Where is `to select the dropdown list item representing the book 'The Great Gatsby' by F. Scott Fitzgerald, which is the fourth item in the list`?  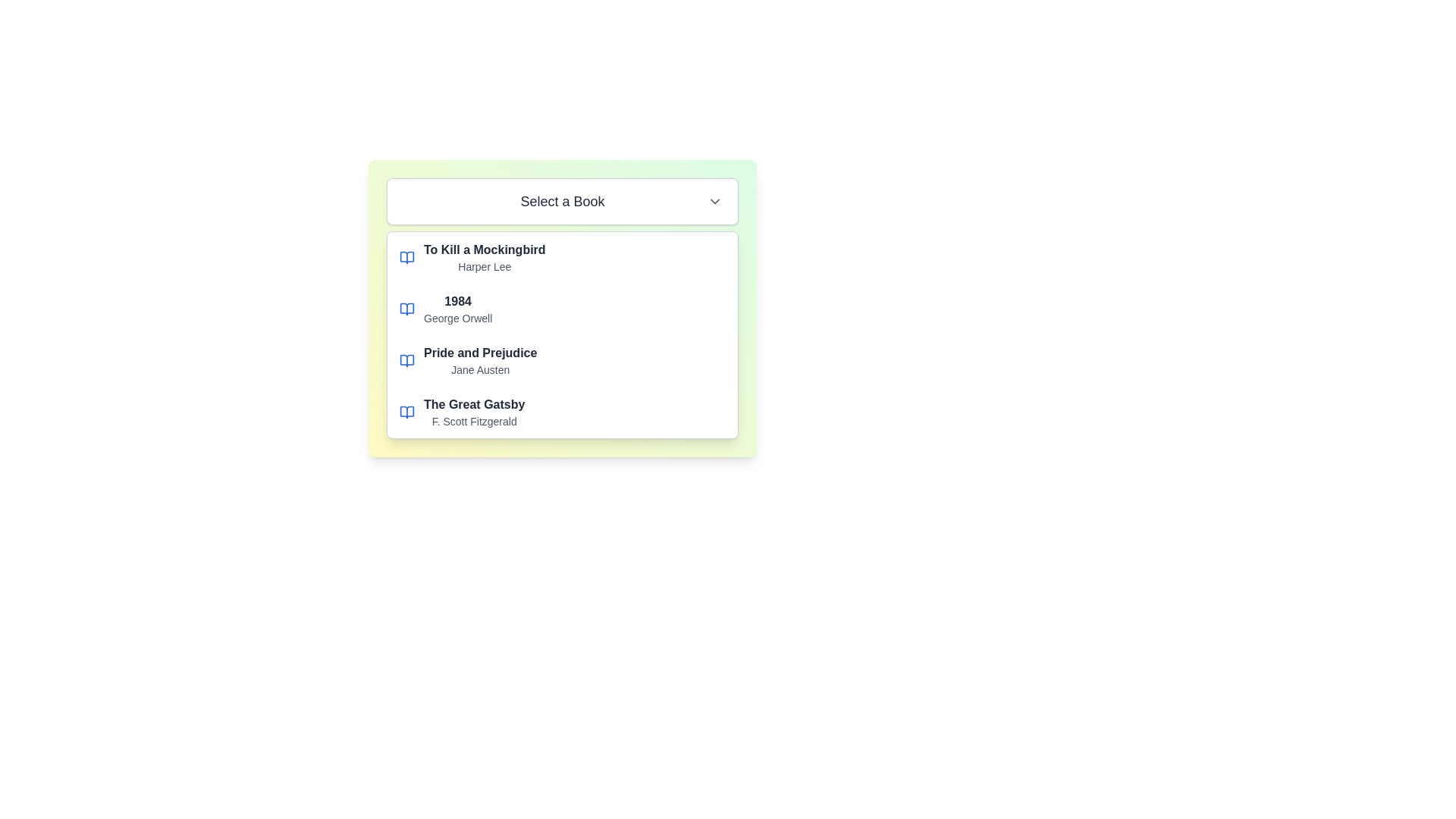
to select the dropdown list item representing the book 'The Great Gatsby' by F. Scott Fitzgerald, which is the fourth item in the list is located at coordinates (562, 412).